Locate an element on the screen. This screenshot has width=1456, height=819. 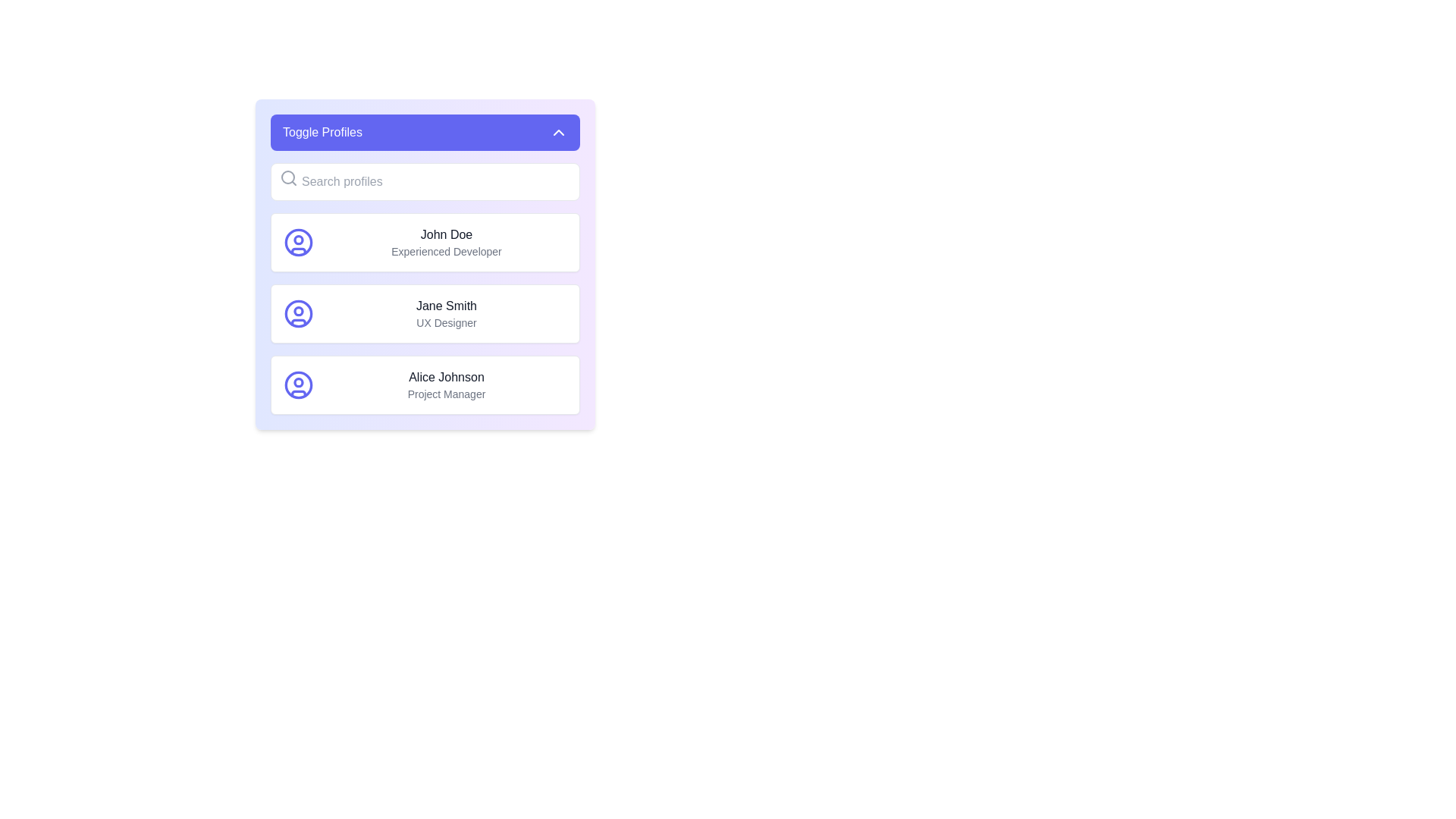
the SVG circle graphic representing John Doe's profile picture located in the user profiles listing interface is located at coordinates (298, 242).